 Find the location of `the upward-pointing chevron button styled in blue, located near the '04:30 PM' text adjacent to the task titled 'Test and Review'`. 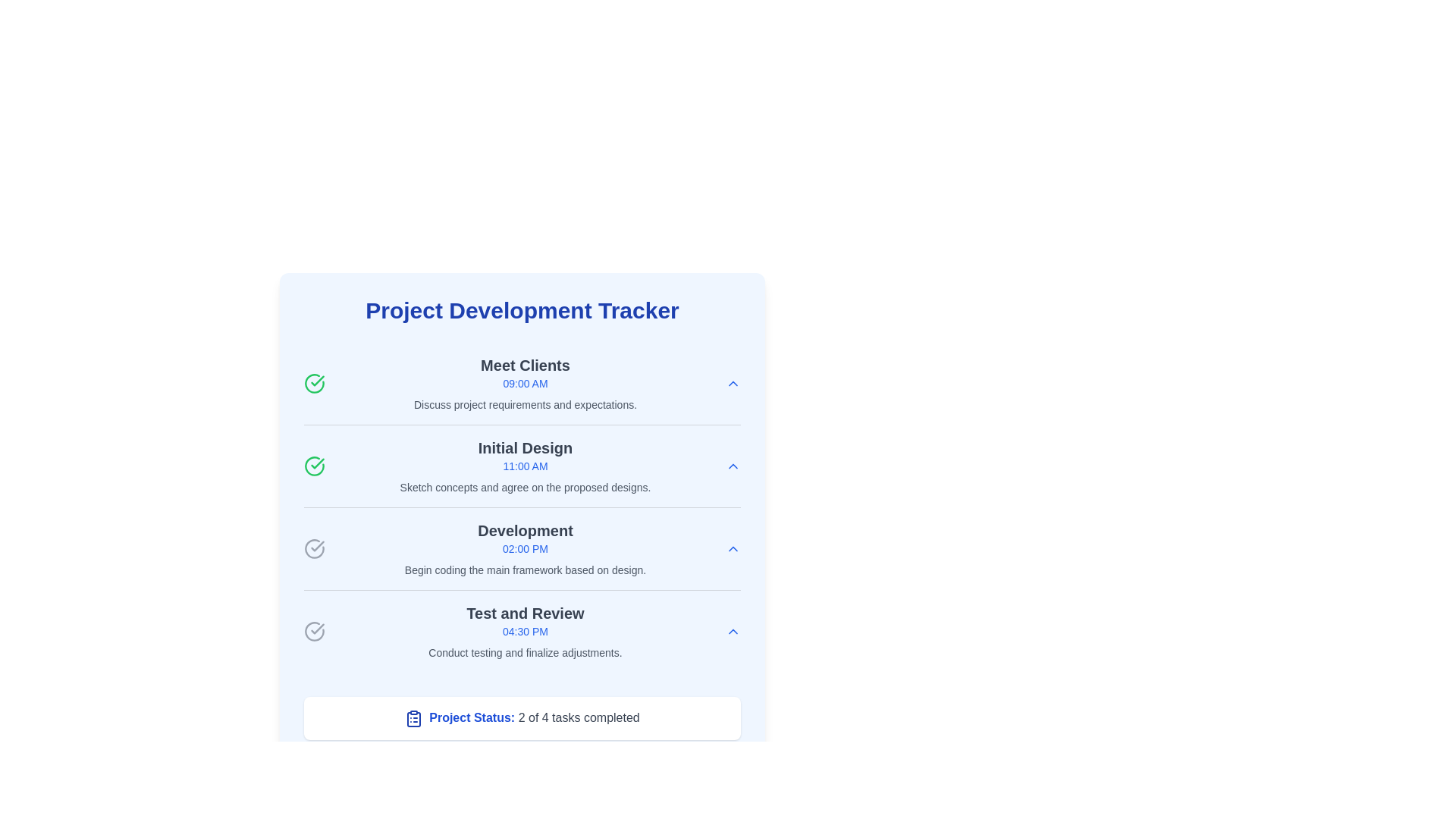

the upward-pointing chevron button styled in blue, located near the '04:30 PM' text adjacent to the task titled 'Test and Review' is located at coordinates (733, 632).